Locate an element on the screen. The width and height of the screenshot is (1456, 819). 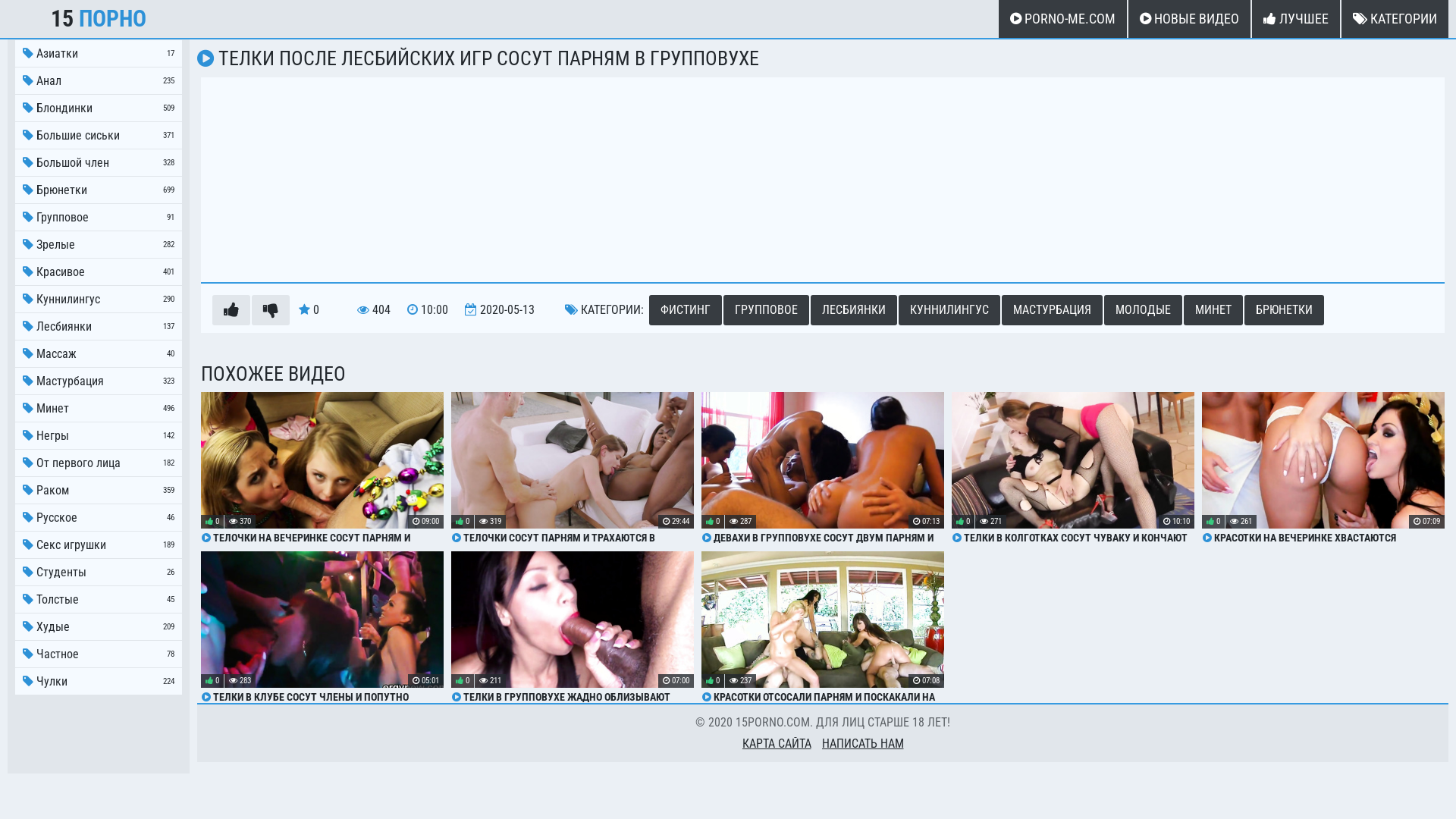
'Dislike' is located at coordinates (270, 309).